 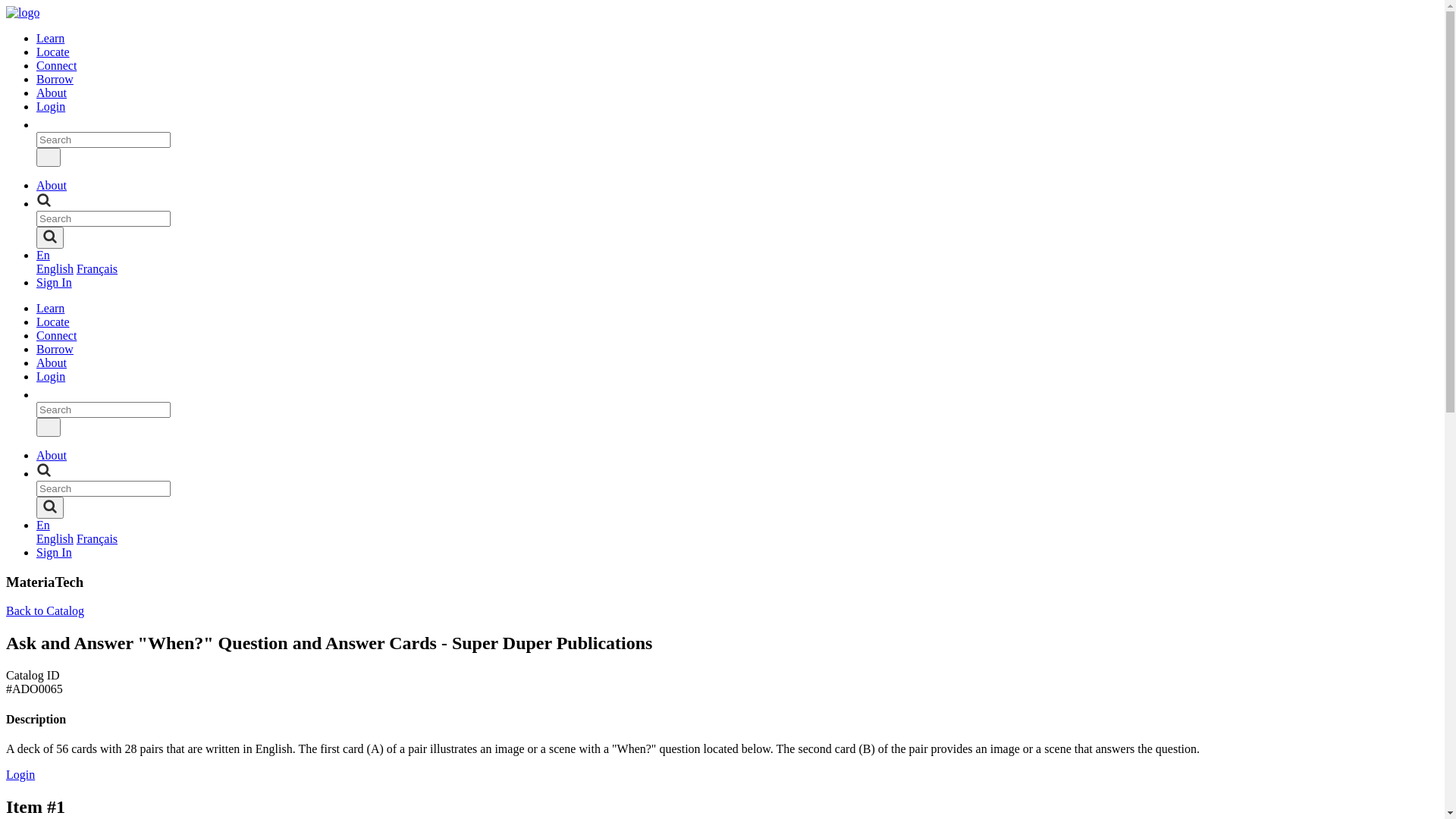 What do you see at coordinates (36, 93) in the screenshot?
I see `'About'` at bounding box center [36, 93].